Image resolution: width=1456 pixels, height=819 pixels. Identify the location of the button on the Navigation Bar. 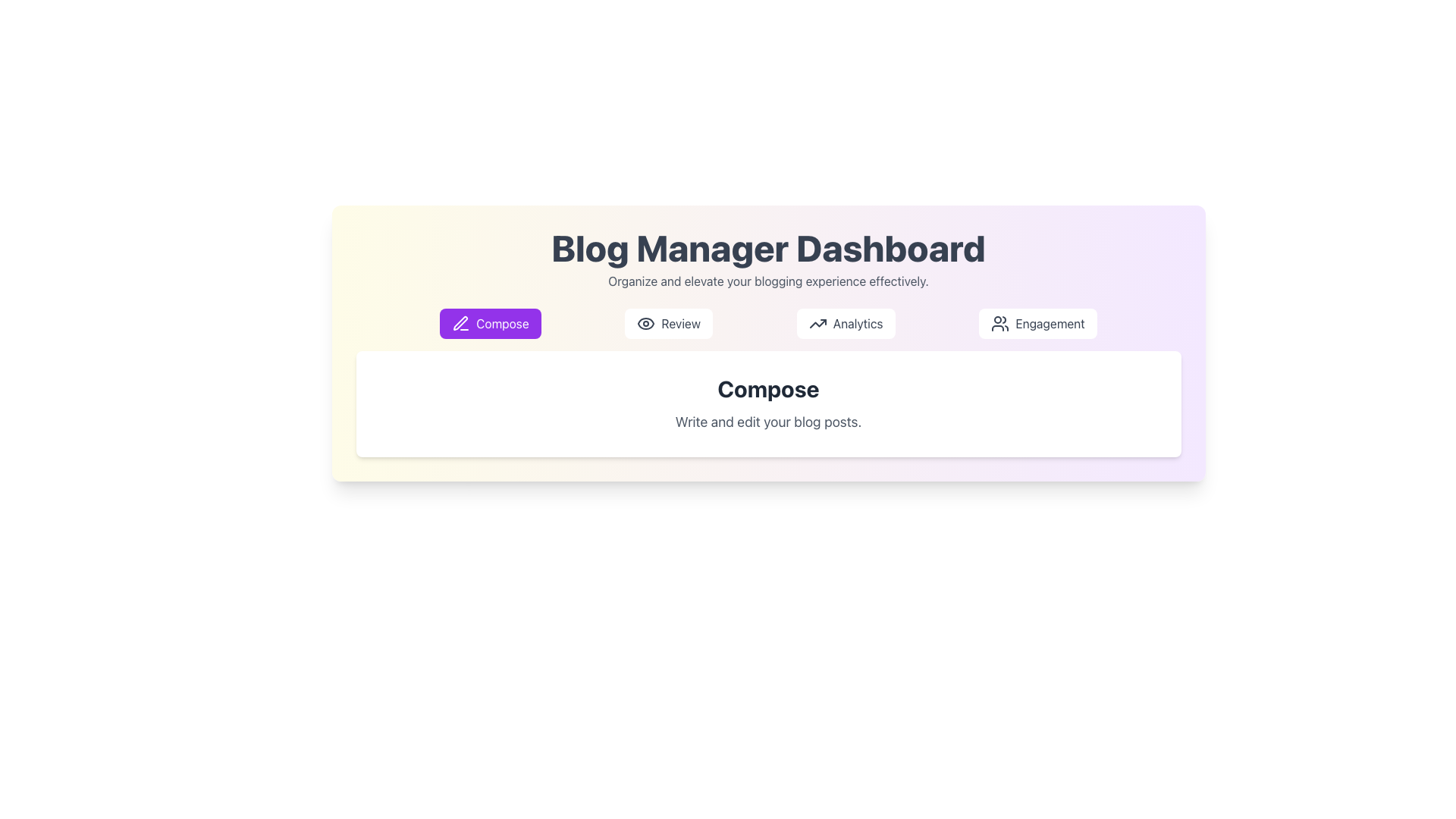
(768, 323).